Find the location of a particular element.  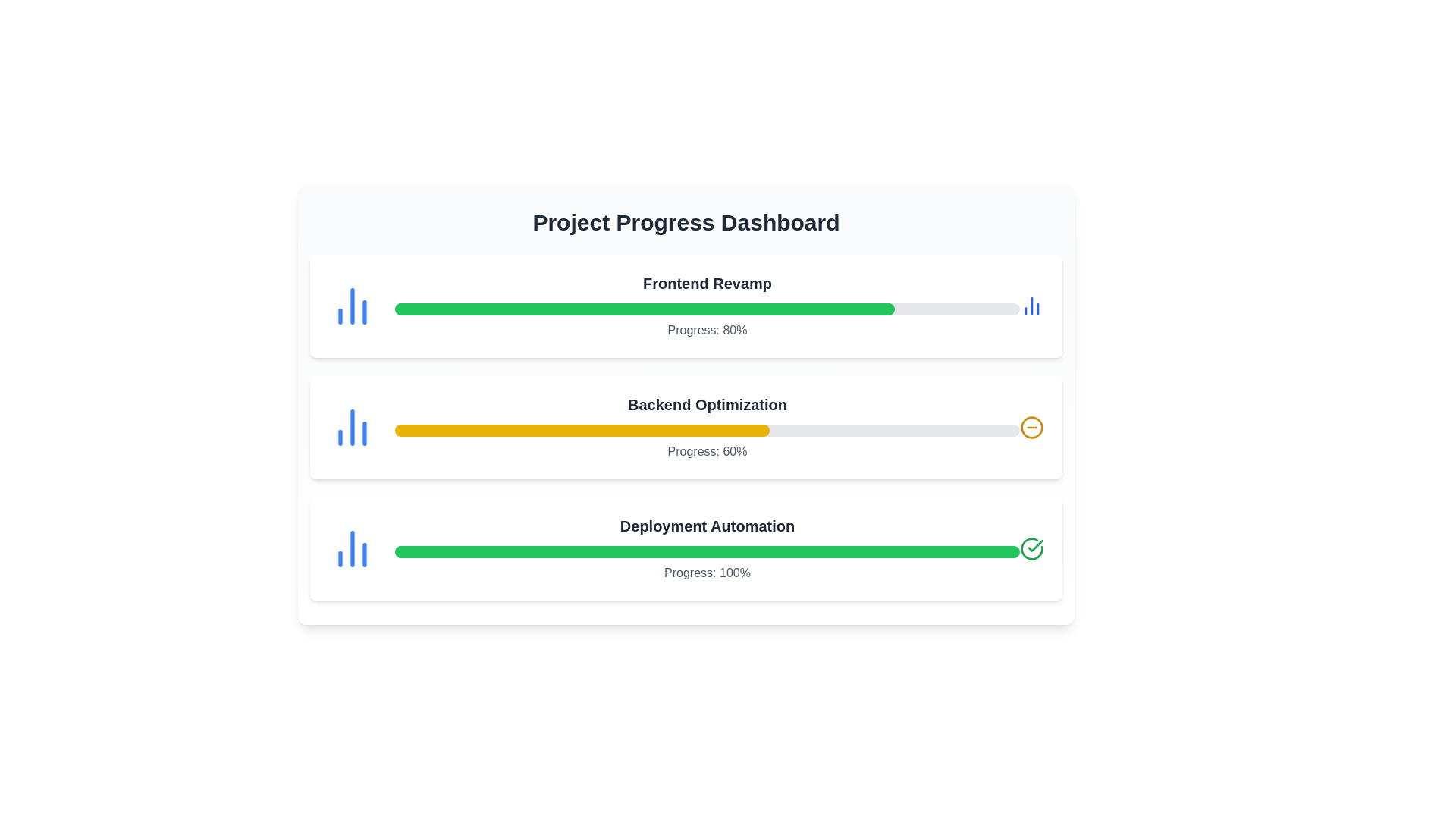

the Progress Bar indicating 80% completion for the 'Frontend Revamp' task is located at coordinates (706, 306).